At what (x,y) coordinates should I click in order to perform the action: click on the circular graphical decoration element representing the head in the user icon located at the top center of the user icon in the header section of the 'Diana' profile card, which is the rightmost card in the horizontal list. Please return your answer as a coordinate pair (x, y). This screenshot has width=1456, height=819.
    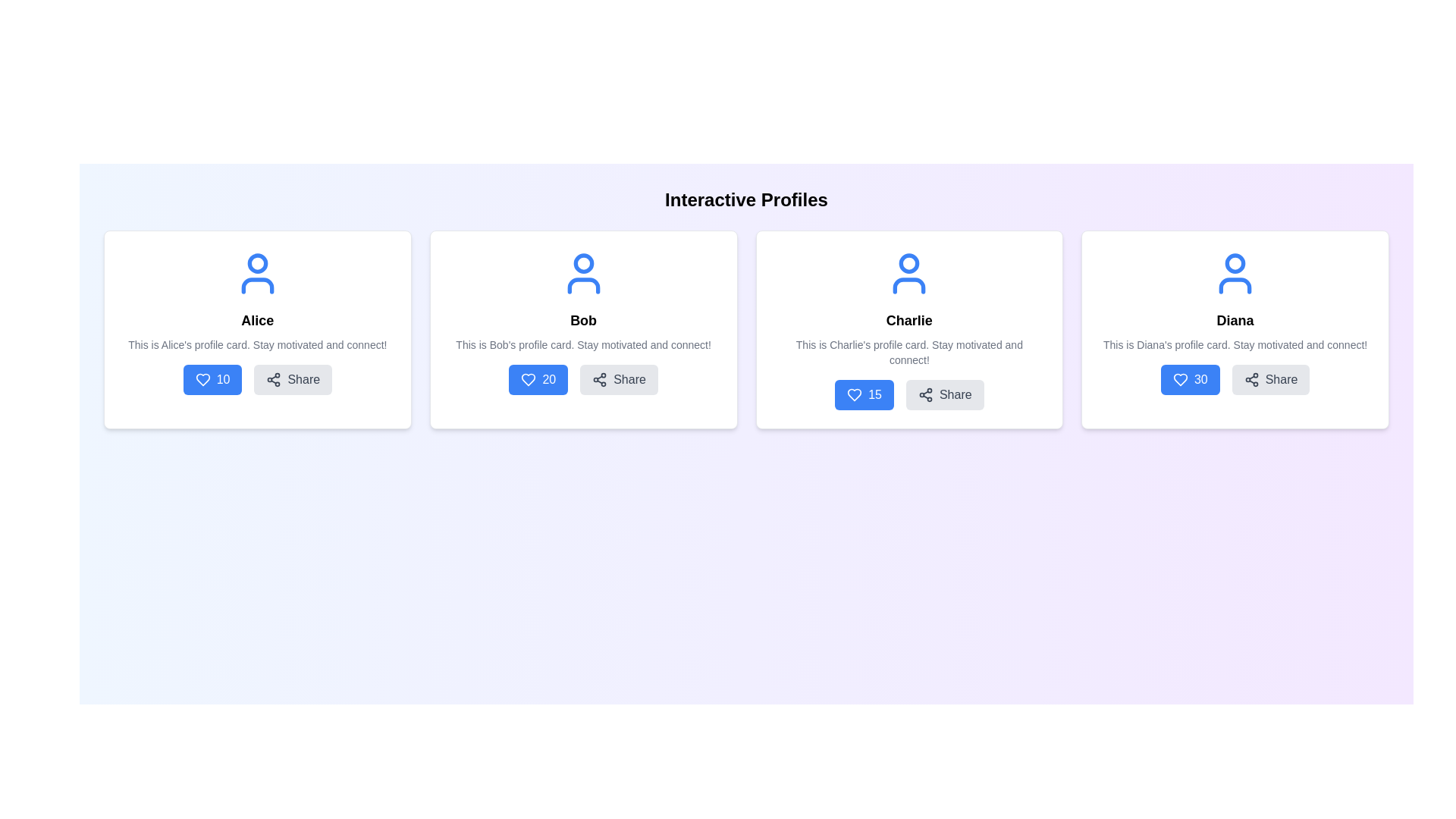
    Looking at the image, I should click on (1235, 262).